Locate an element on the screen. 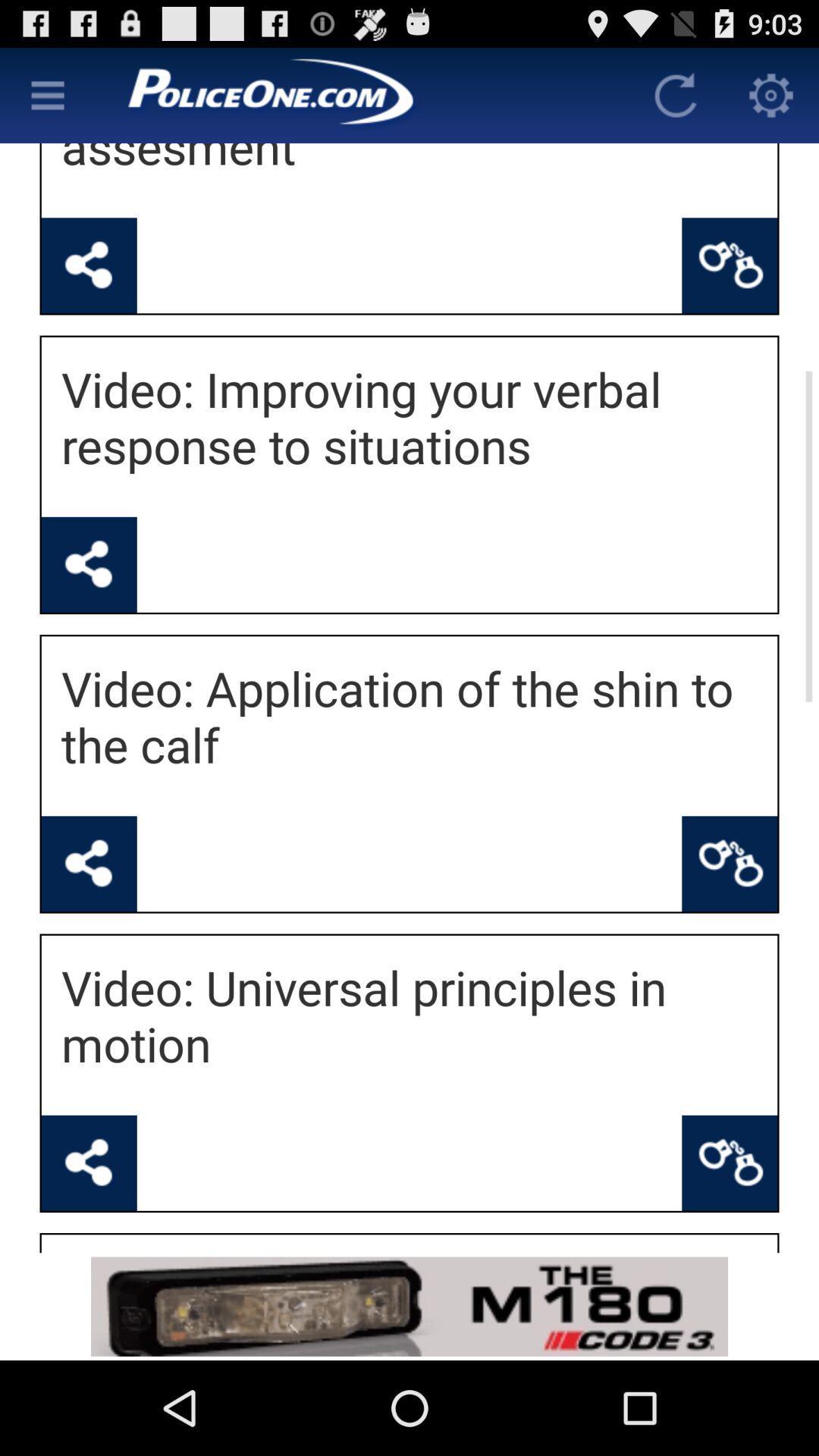  reload is located at coordinates (675, 94).